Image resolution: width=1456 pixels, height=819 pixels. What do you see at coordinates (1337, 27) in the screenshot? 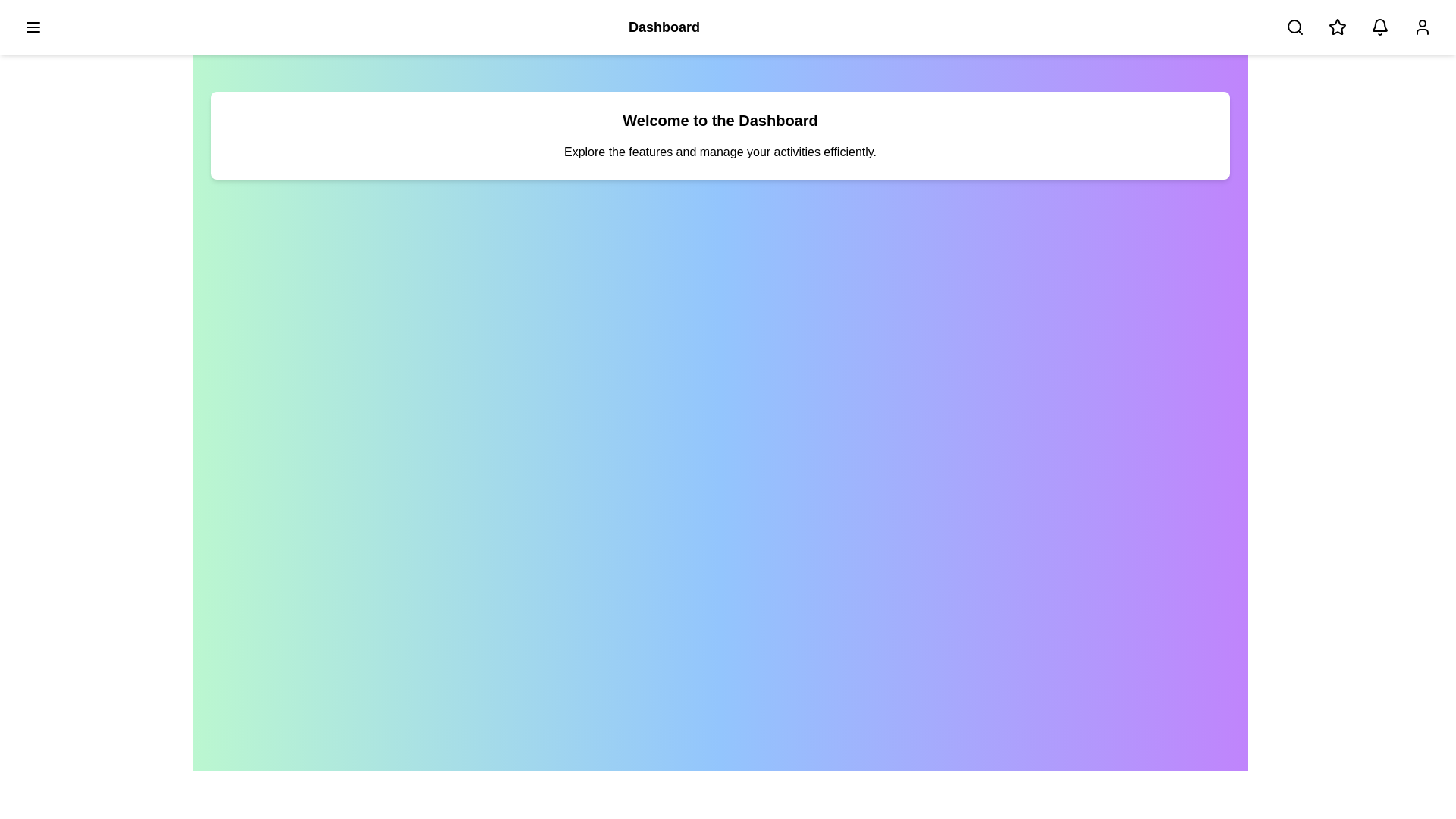
I see `the star button to interact with it` at bounding box center [1337, 27].